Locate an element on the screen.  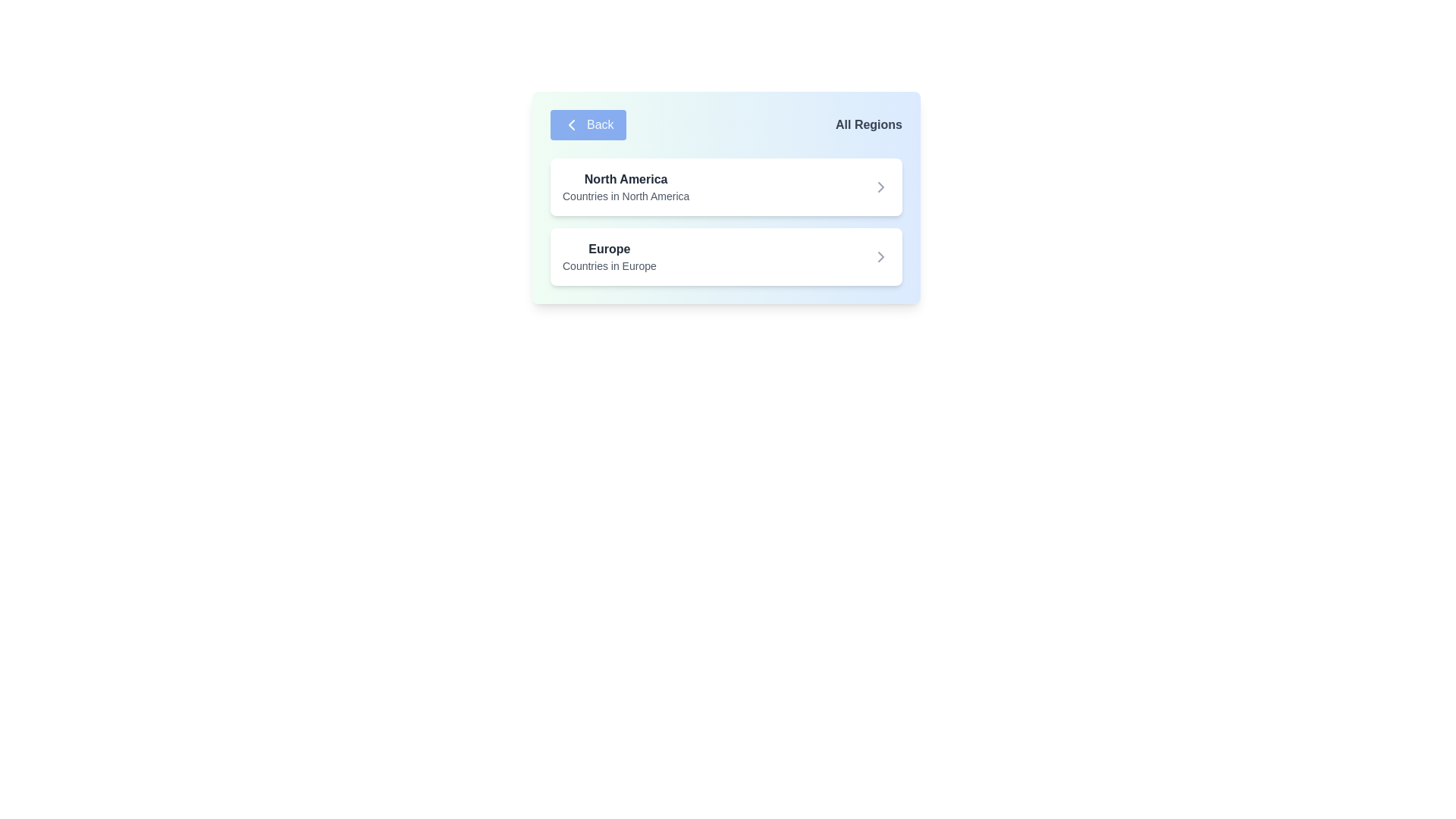
the Text block titled 'North America' that displays the description 'Countries in North America.' is located at coordinates (626, 186).